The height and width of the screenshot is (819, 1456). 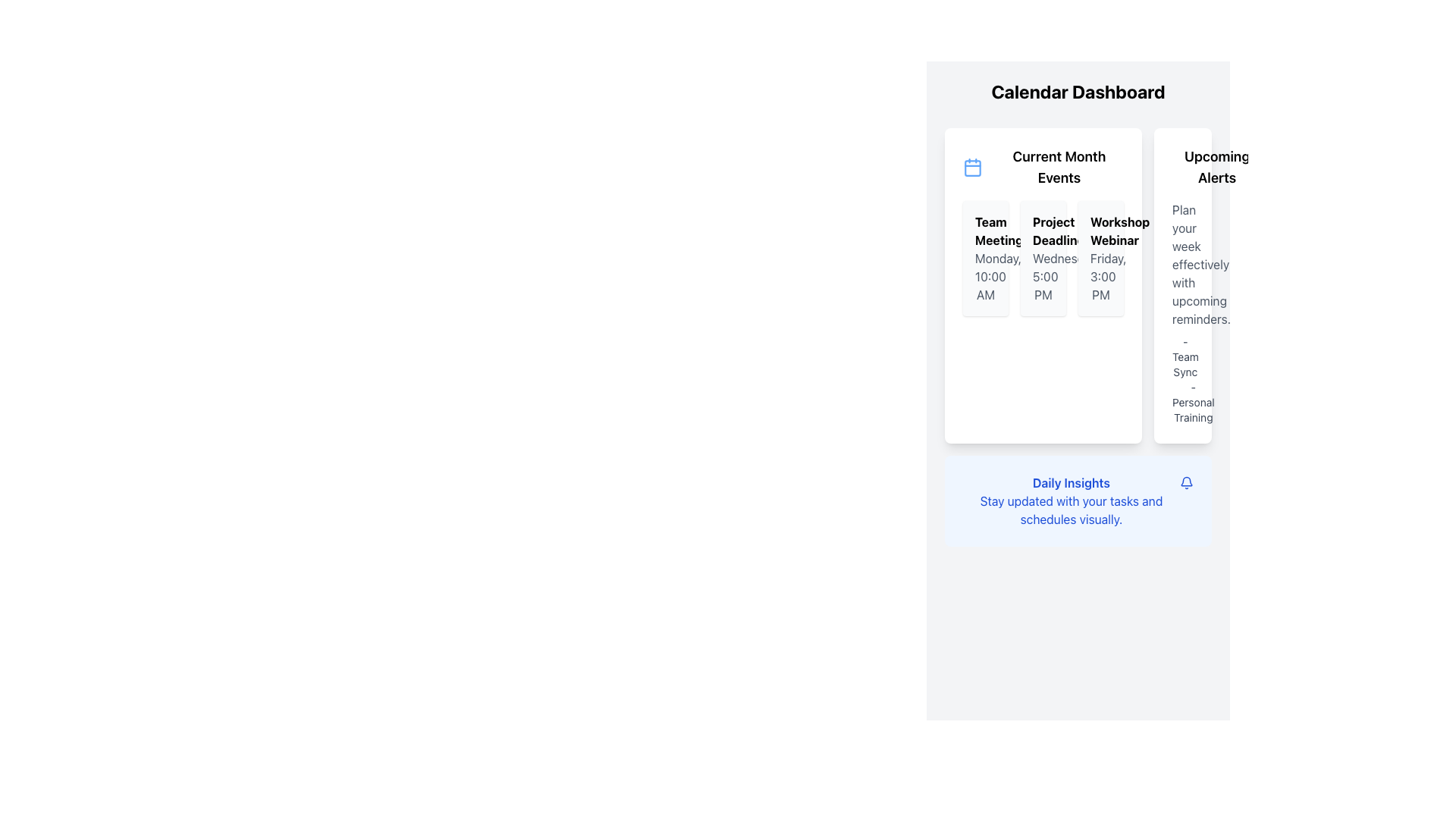 I want to click on the text label displaying '- Personal Training' which is formatted in a small gray font and aligned beneath the '- Team Sync' label in the Upcoming Alerts section, so click(x=1182, y=402).